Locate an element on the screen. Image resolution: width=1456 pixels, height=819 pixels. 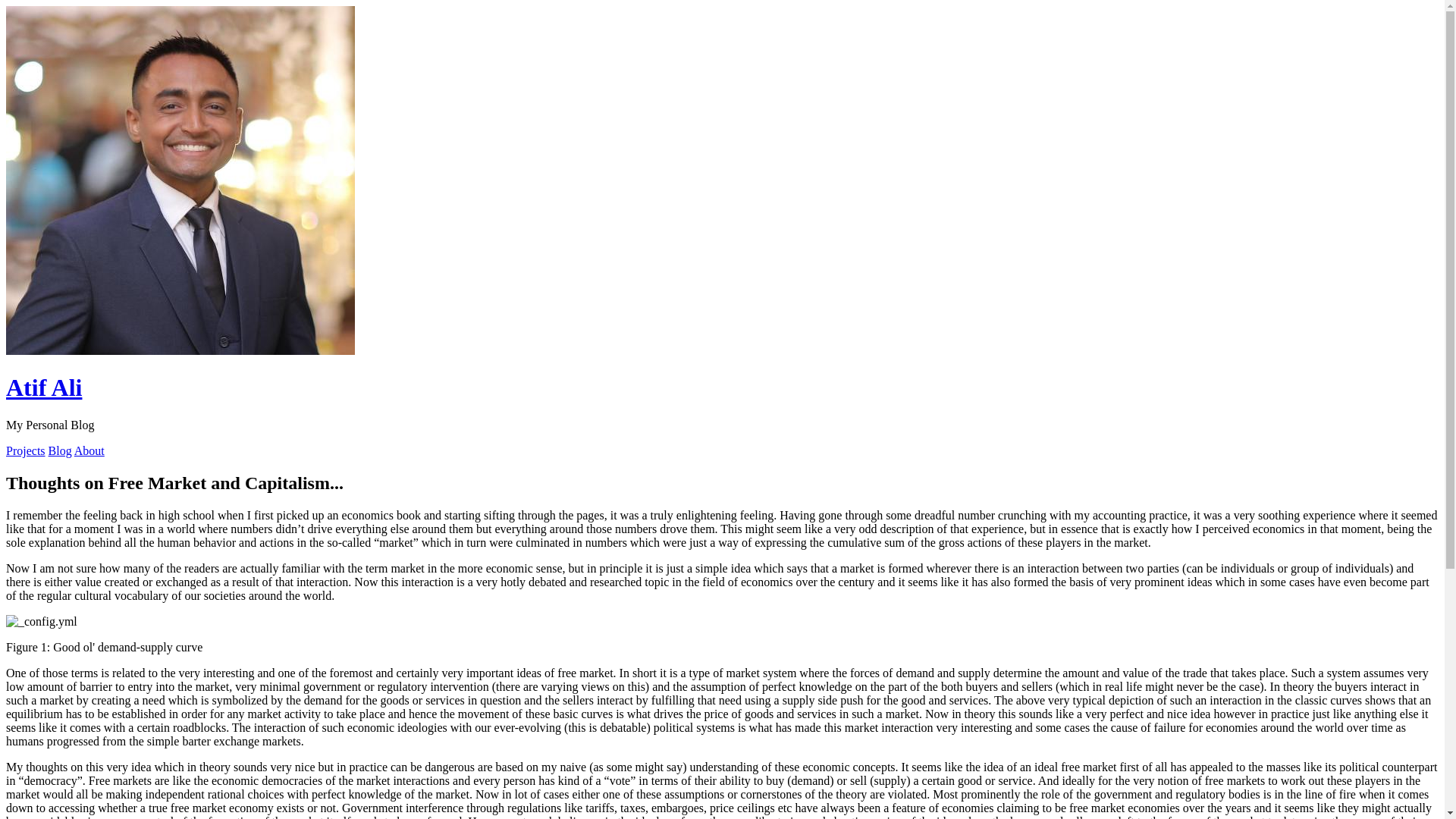
'Atif Ali' is located at coordinates (43, 386).